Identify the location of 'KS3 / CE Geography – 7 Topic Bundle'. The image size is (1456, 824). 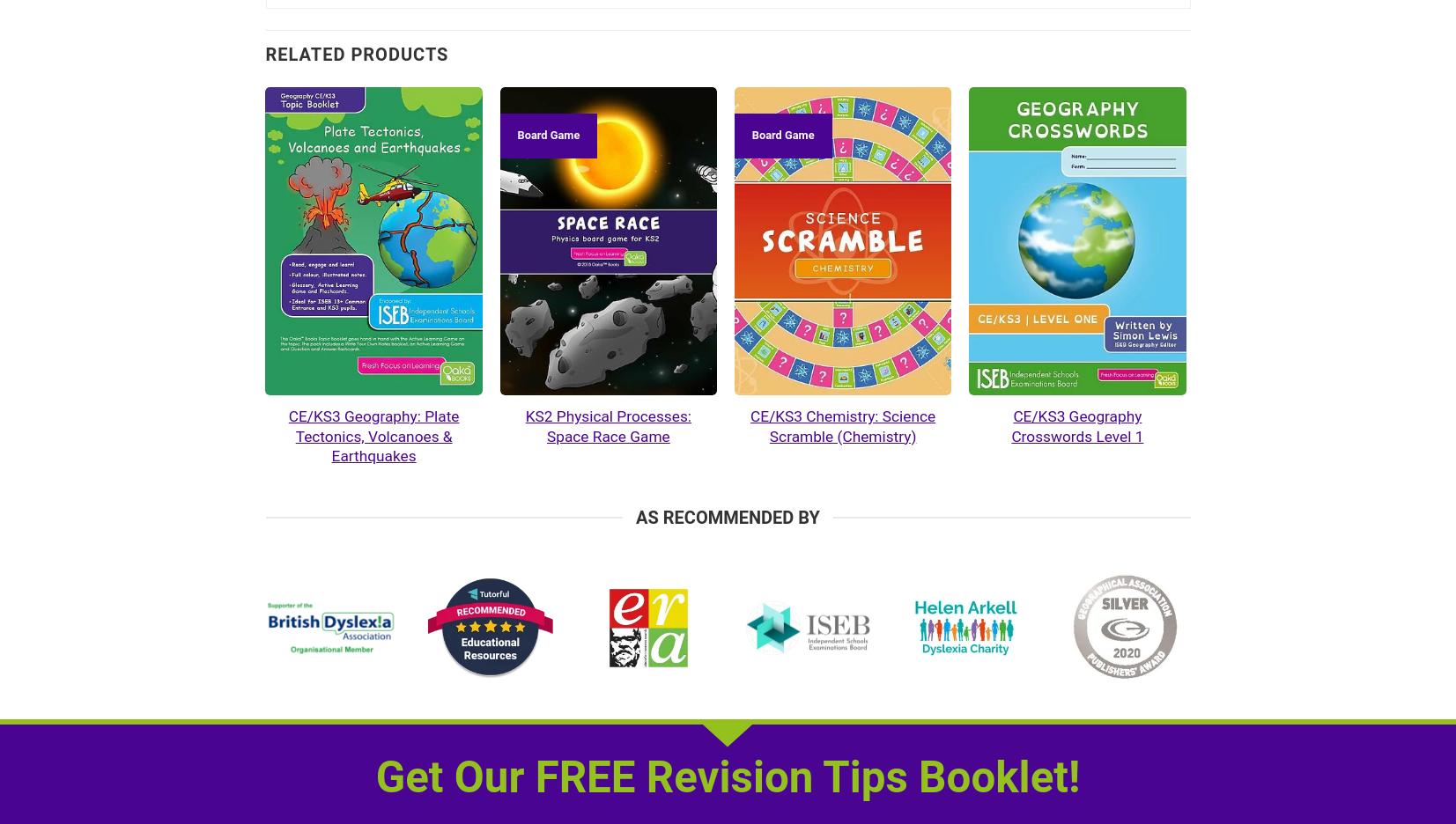
(138, 425).